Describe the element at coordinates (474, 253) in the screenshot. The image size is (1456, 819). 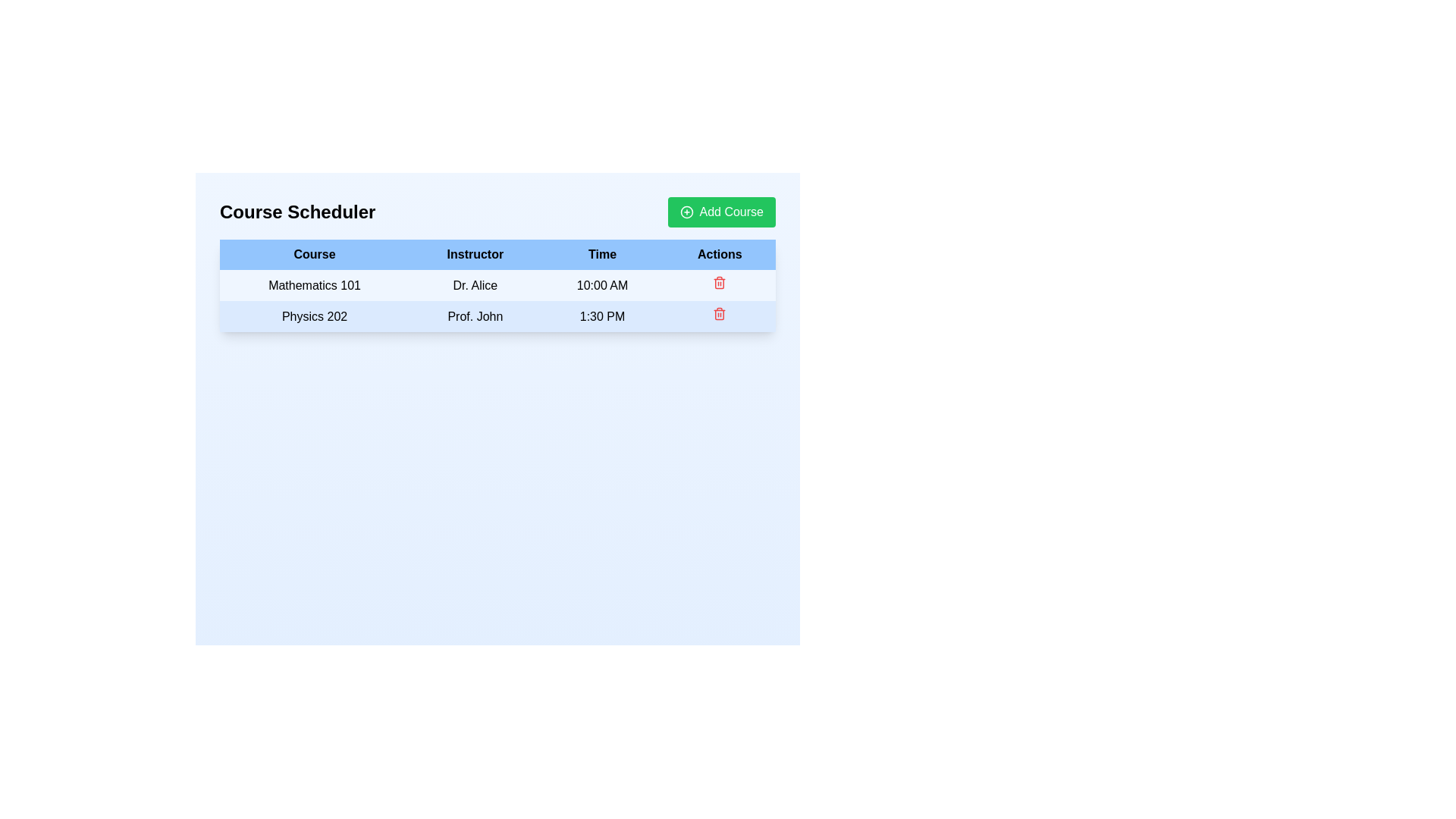
I see `the text label that displays 'Instructor', which is styled in bold and centered within a blue rectangular cell, located between 'Course' and 'Time' in the header row of a table` at that location.